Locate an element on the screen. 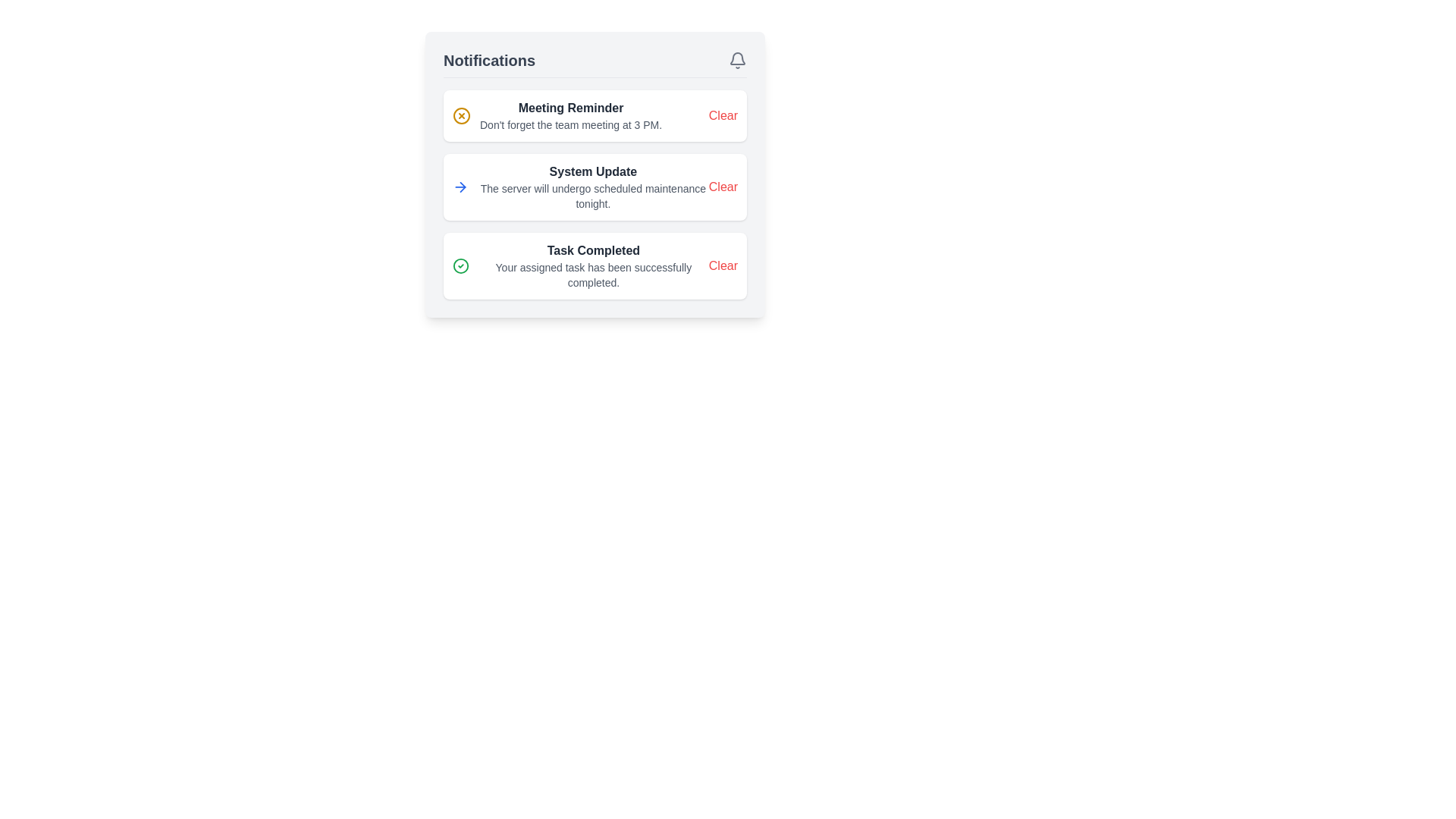 This screenshot has width=1456, height=819. the arrowhead icon in the upper-right corner of the 'System Update' notification card, which serves as a visual indicator for forward action or additional details is located at coordinates (462, 186).